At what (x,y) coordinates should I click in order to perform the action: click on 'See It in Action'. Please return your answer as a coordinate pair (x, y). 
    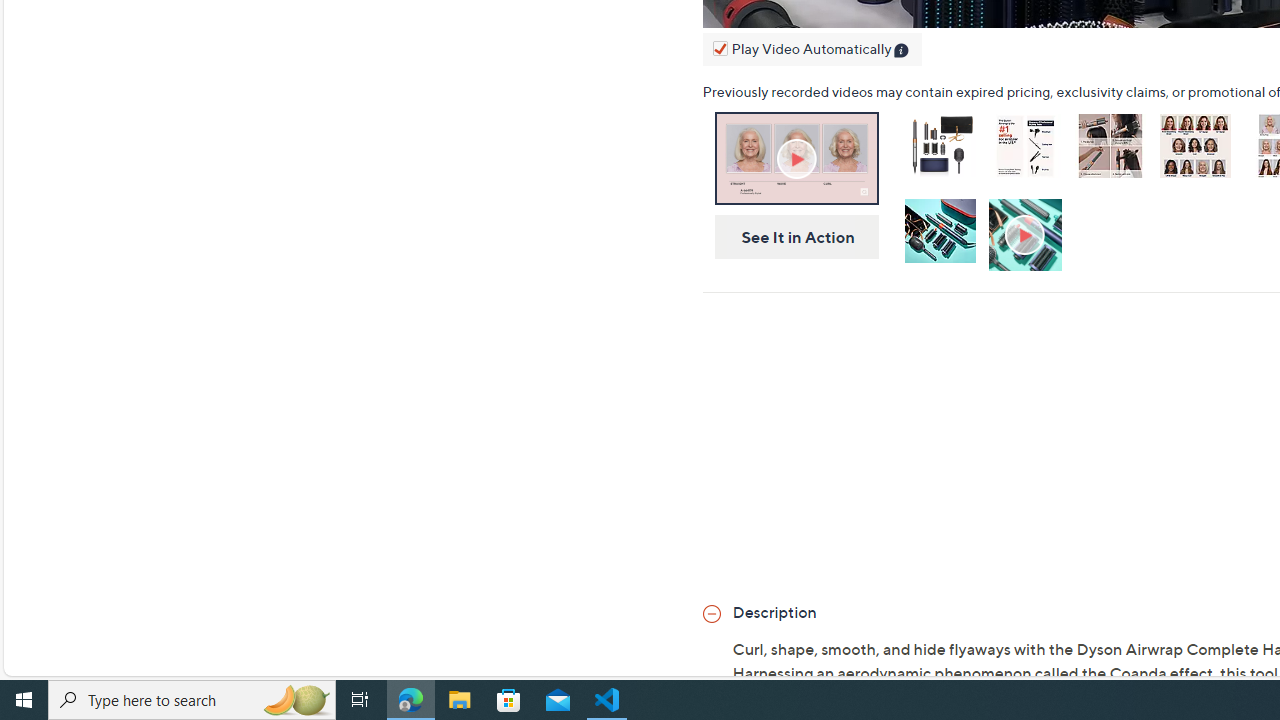
    Looking at the image, I should click on (789, 236).